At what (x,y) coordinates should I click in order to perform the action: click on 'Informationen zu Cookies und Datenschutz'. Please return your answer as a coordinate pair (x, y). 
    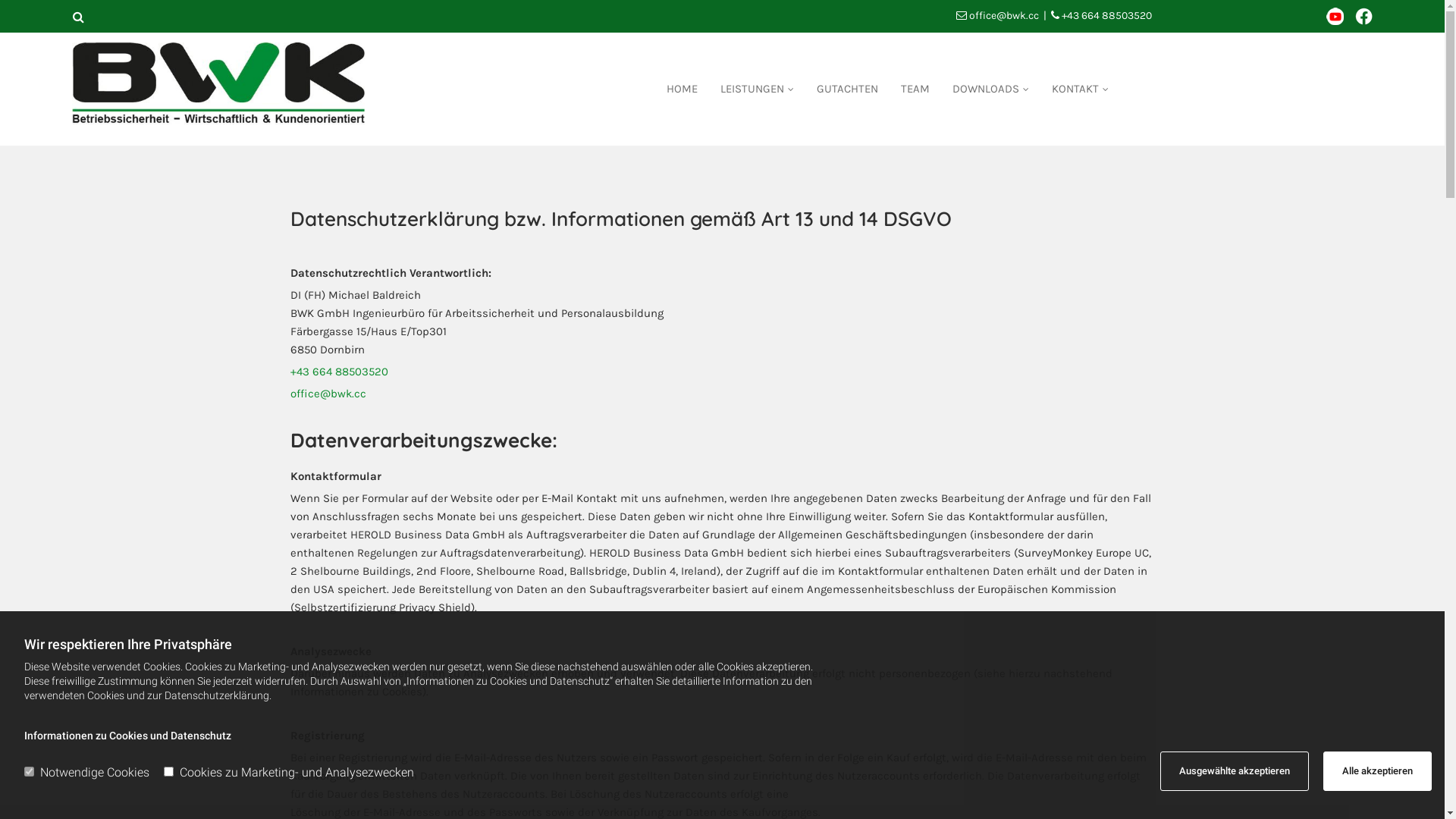
    Looking at the image, I should click on (127, 734).